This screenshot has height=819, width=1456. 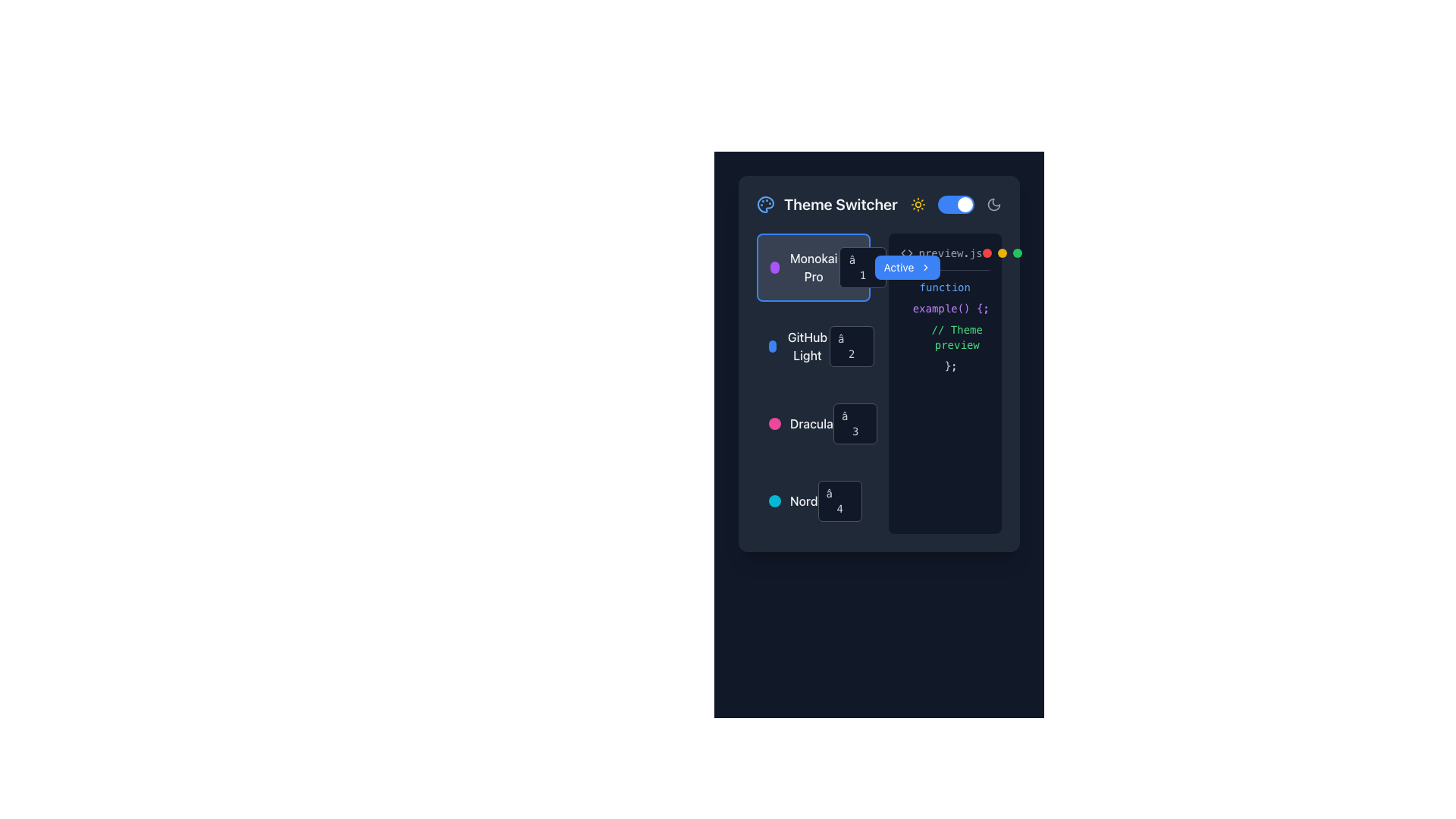 I want to click on the toggle switch located between the sun icon and moon icon in the header of the interface, so click(x=955, y=205).